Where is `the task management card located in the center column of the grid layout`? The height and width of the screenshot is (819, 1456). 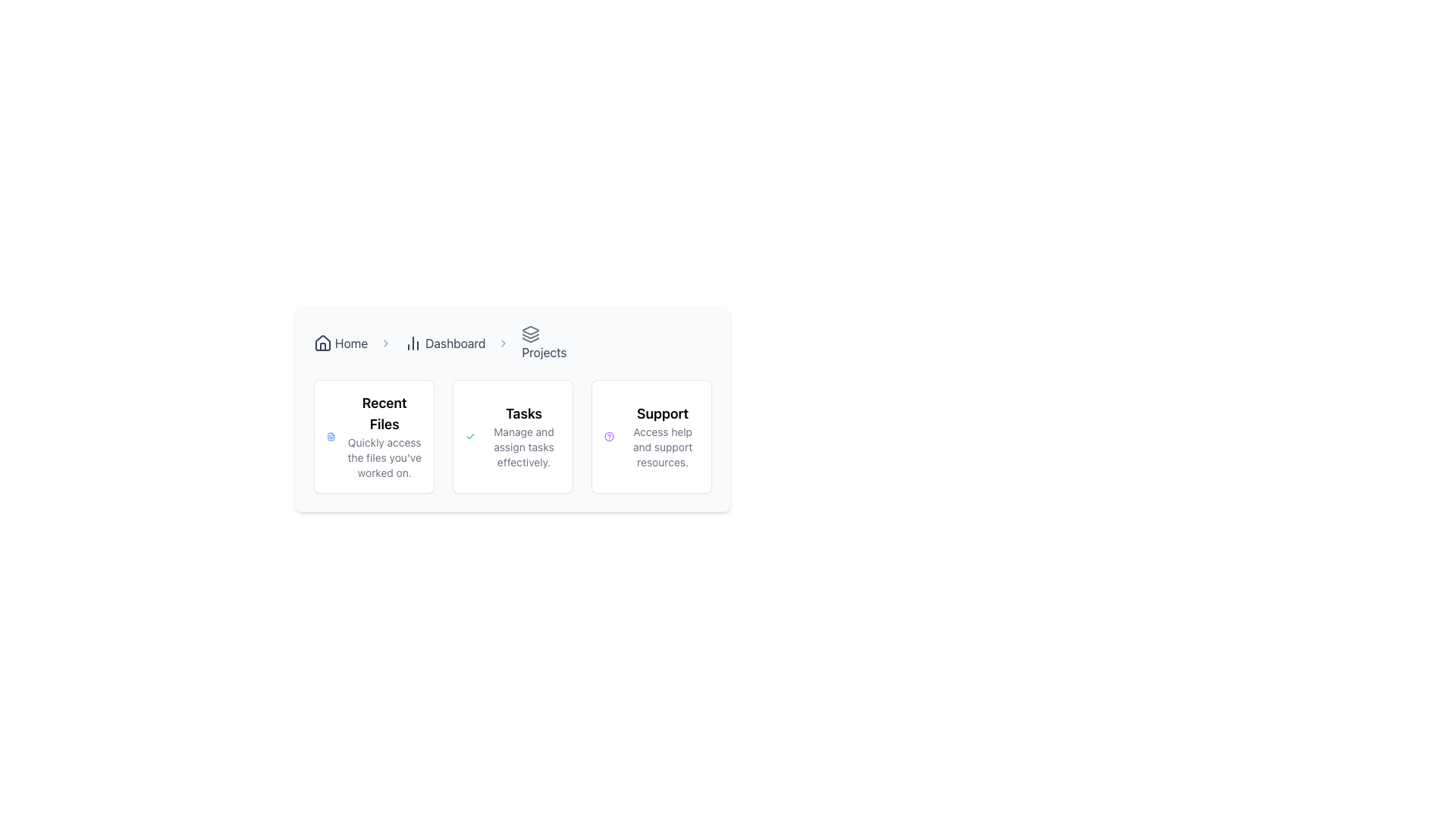 the task management card located in the center column of the grid layout is located at coordinates (513, 436).